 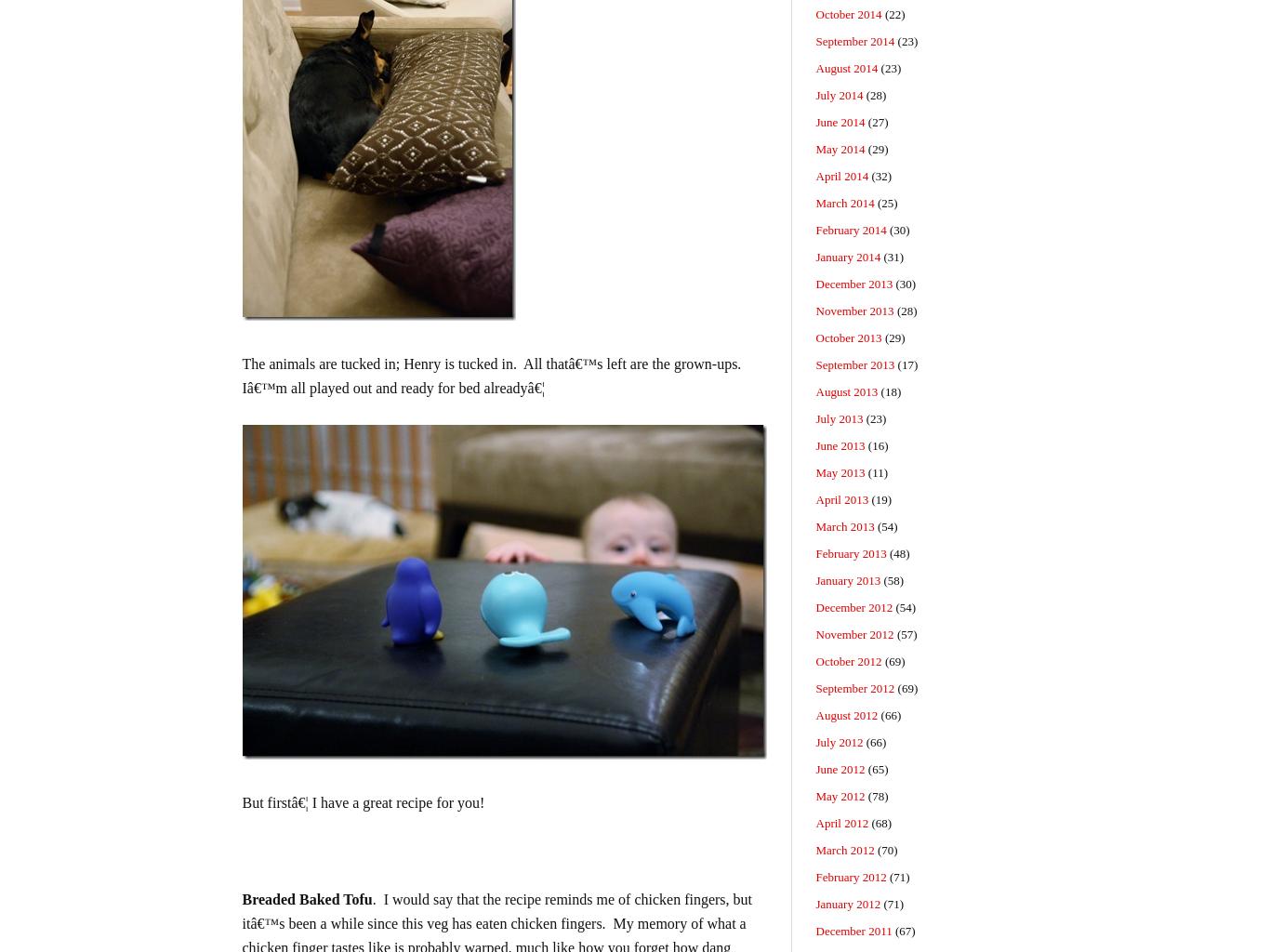 I want to click on '(27)', so click(x=876, y=121).